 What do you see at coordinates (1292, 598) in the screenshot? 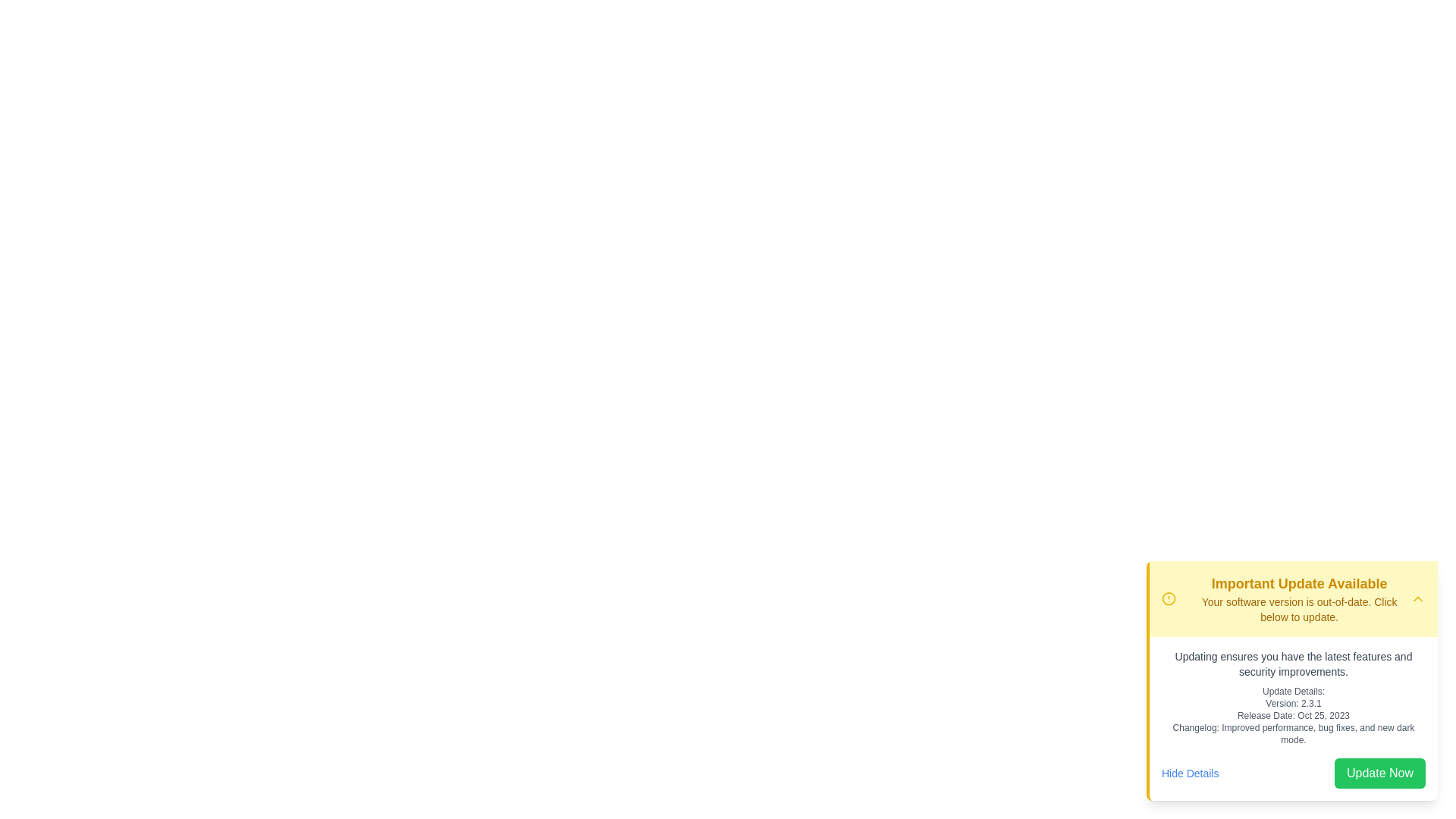
I see `the right arrow icon in the Notification Banner Header to toggle the visibility of additional details` at bounding box center [1292, 598].